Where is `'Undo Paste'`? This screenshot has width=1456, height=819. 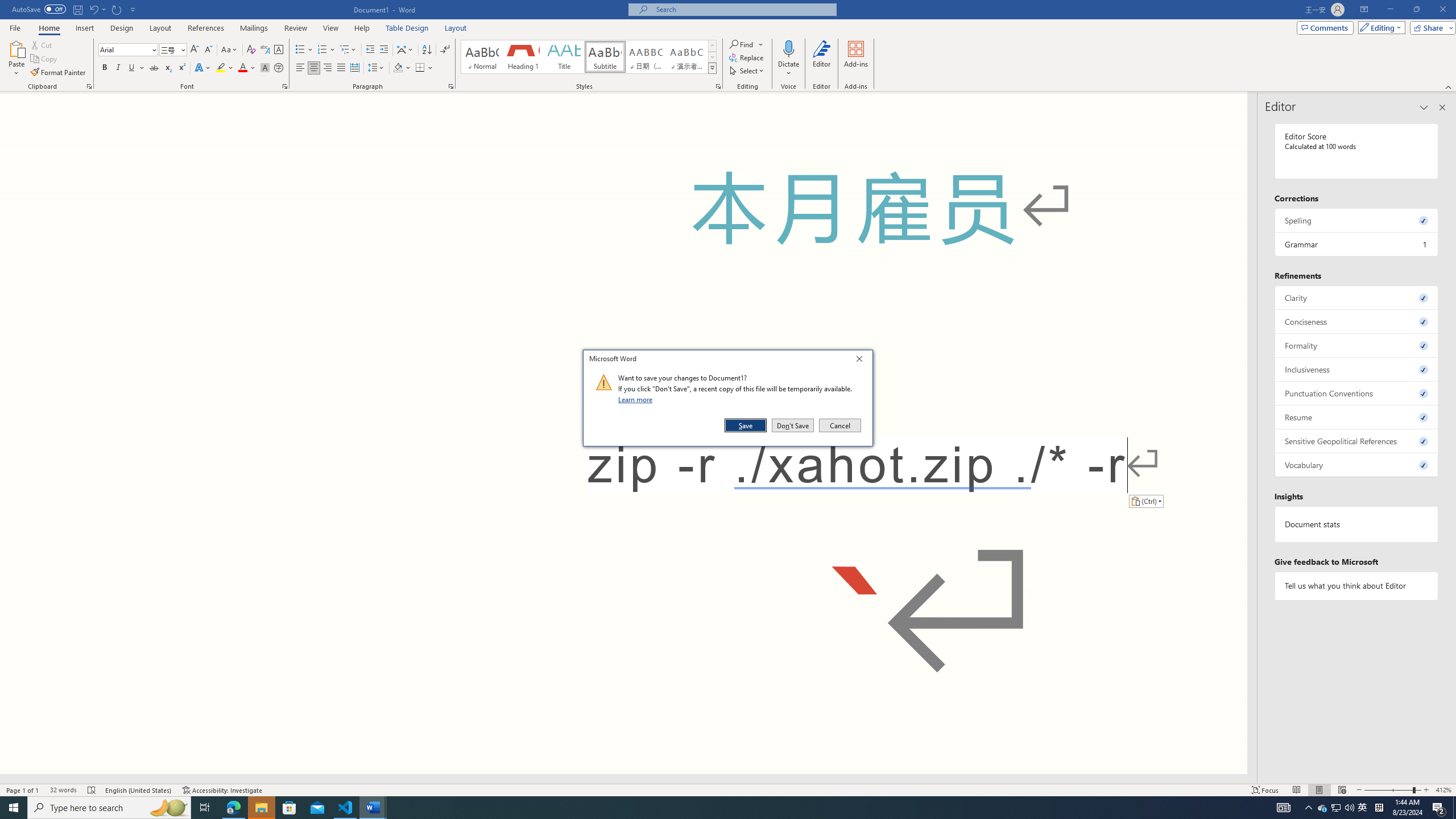
'Undo Paste' is located at coordinates (97, 9).